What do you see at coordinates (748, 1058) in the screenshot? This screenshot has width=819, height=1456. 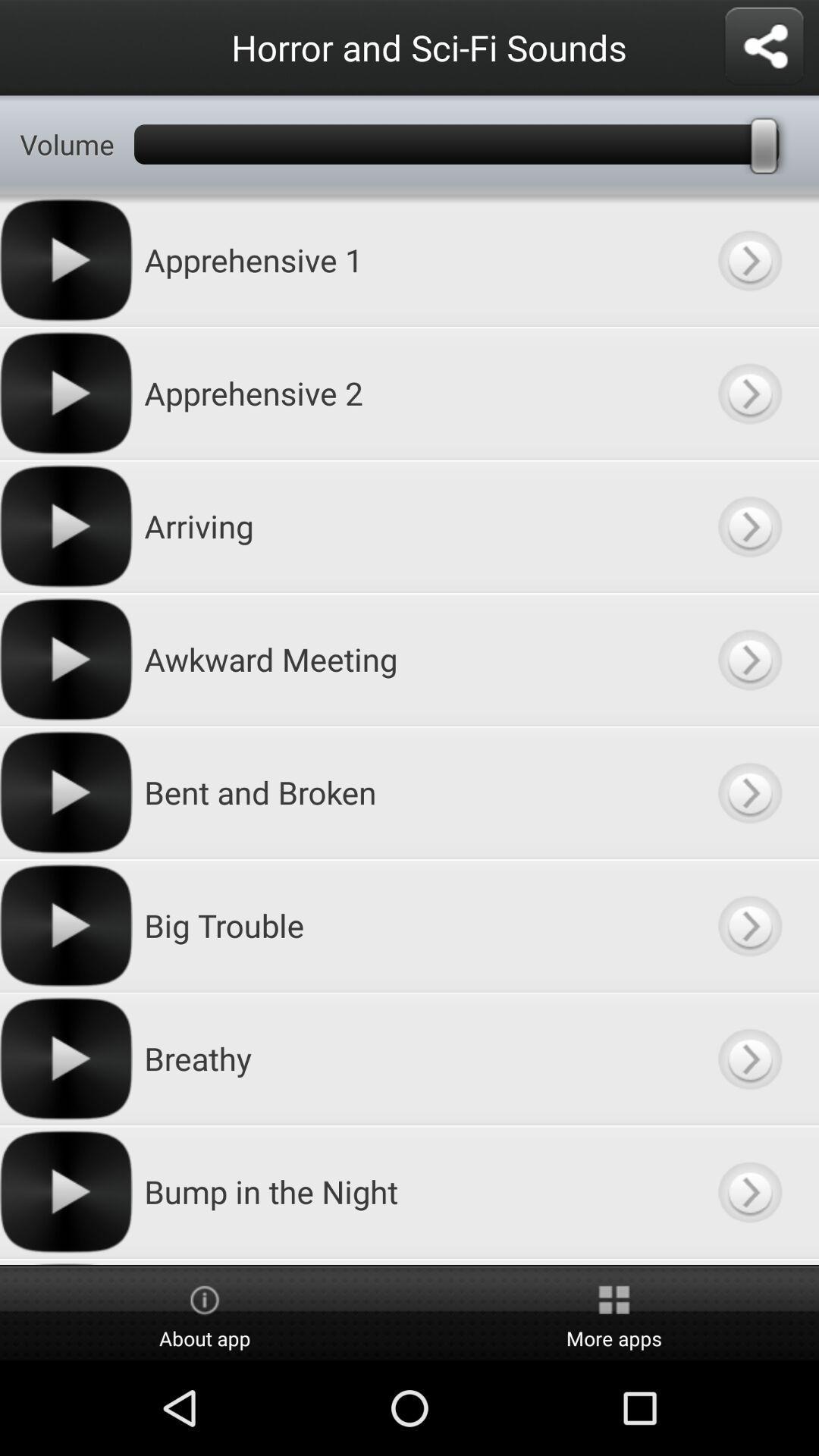 I see `more information` at bounding box center [748, 1058].